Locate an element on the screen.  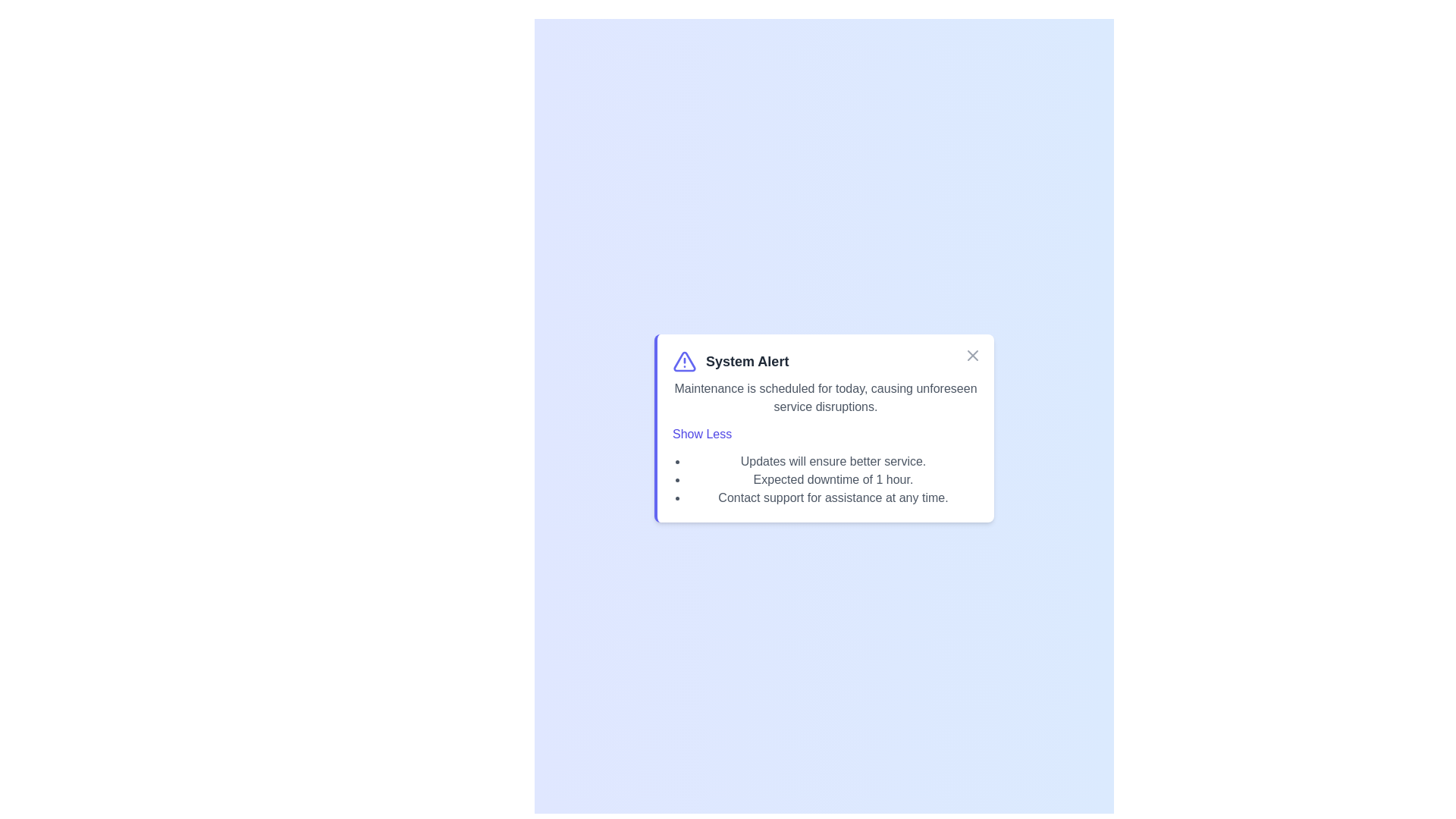
the close button (X) to close the alert is located at coordinates (972, 356).